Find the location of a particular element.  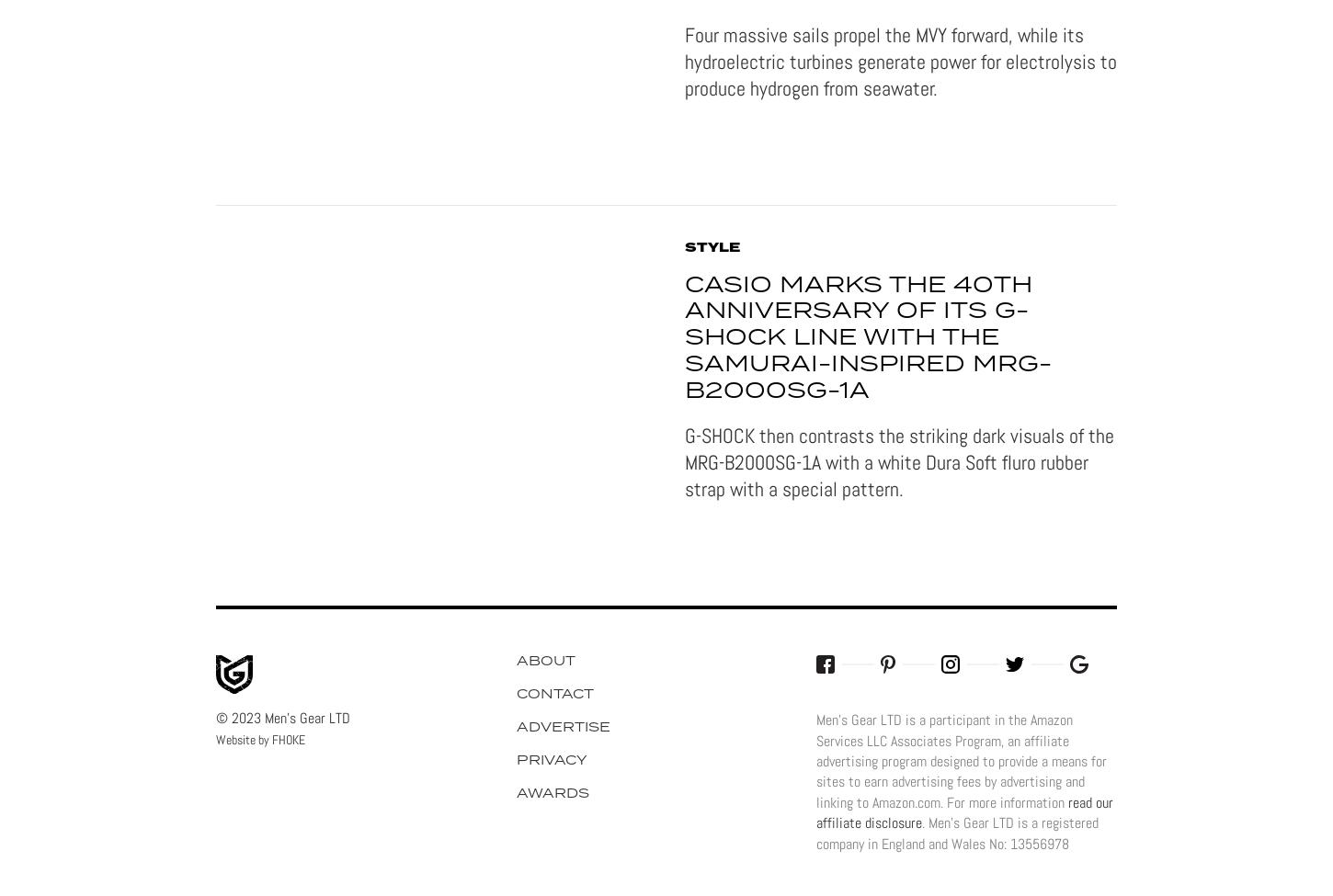

'About' is located at coordinates (545, 659).